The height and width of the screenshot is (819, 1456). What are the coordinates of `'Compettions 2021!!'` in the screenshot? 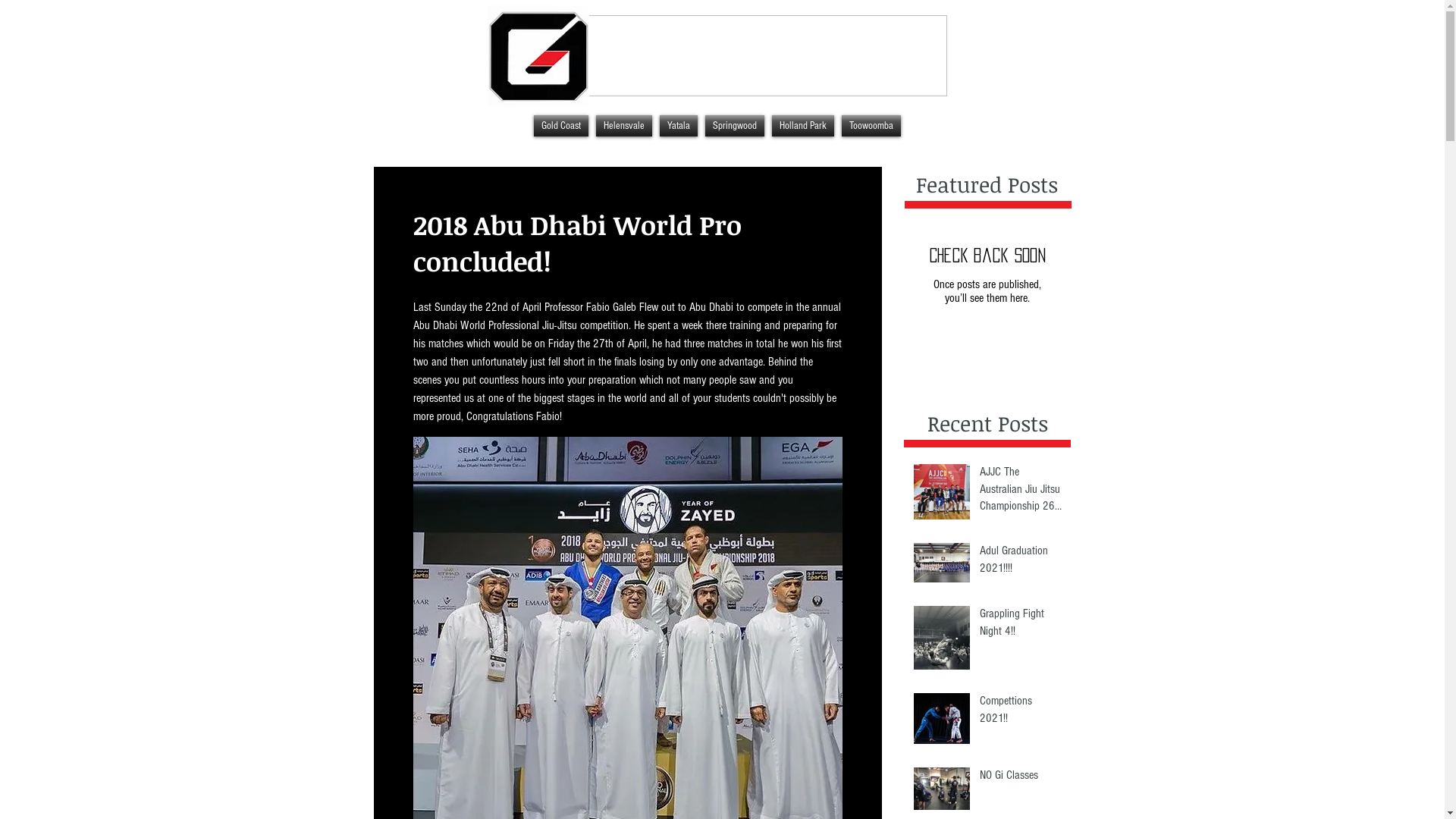 It's located at (1020, 712).